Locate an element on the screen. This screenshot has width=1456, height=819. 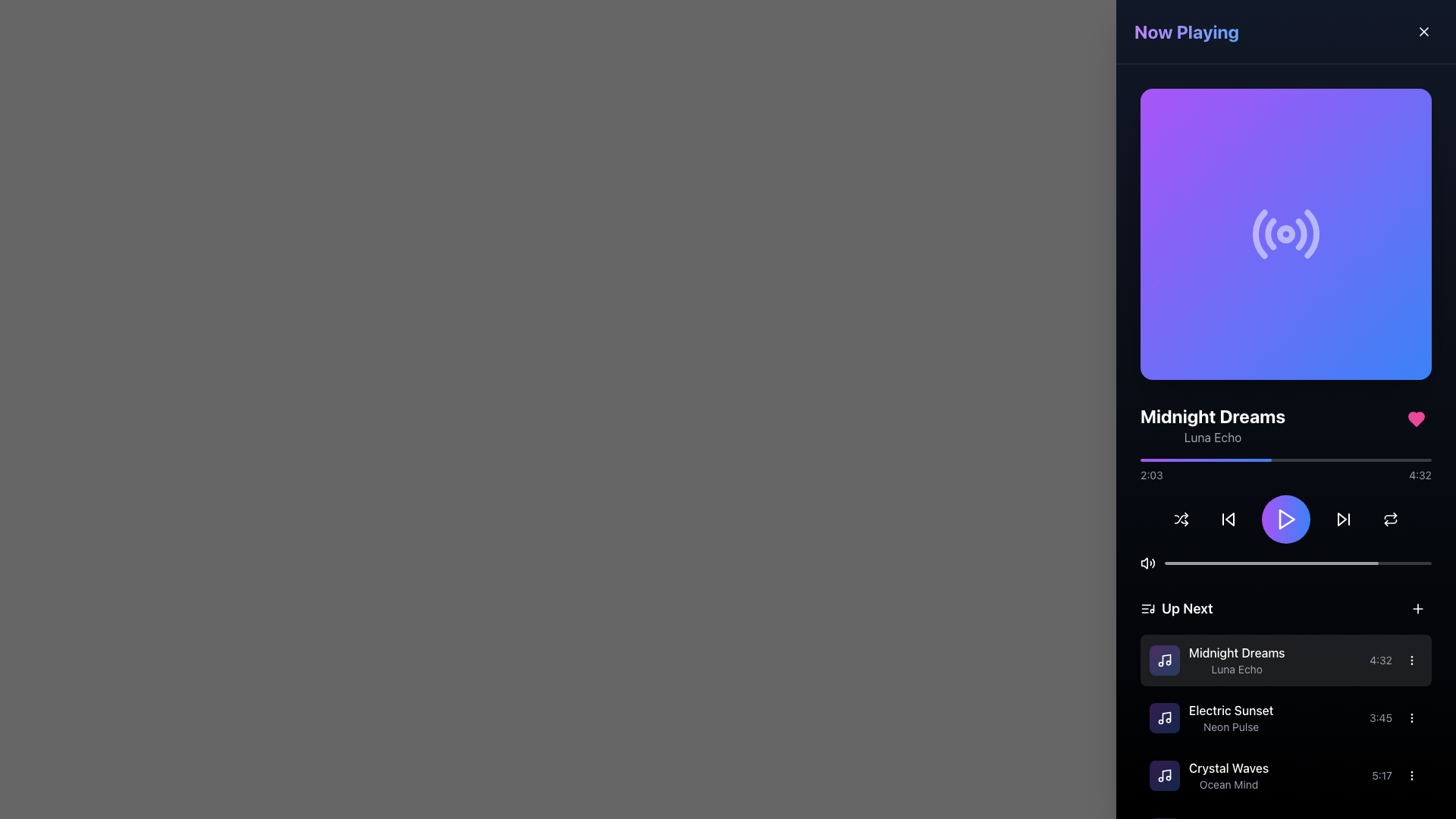
the progress bar is located at coordinates (1169, 459).